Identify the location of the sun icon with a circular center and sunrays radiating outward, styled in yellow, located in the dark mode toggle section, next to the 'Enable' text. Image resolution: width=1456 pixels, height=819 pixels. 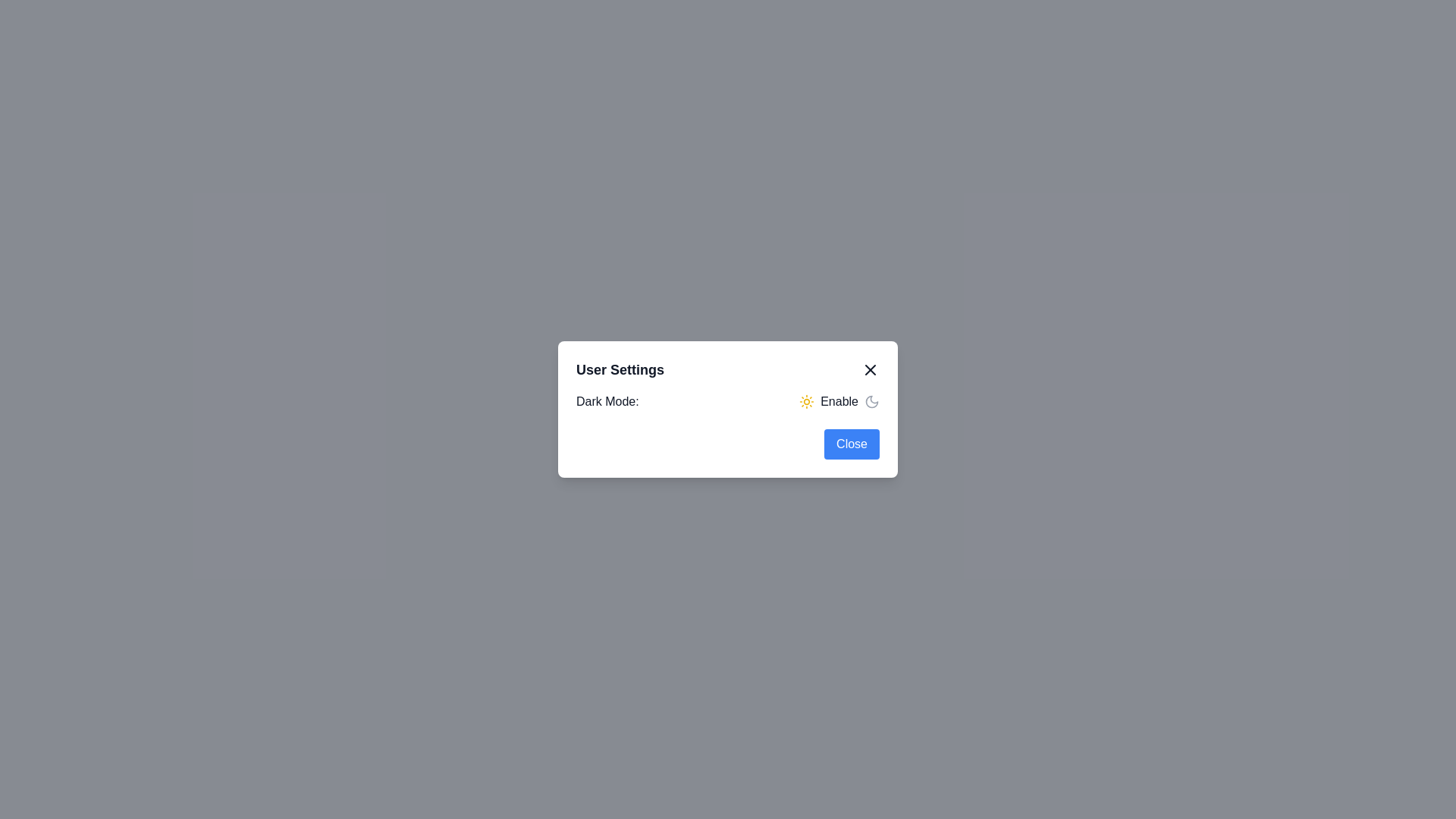
(806, 400).